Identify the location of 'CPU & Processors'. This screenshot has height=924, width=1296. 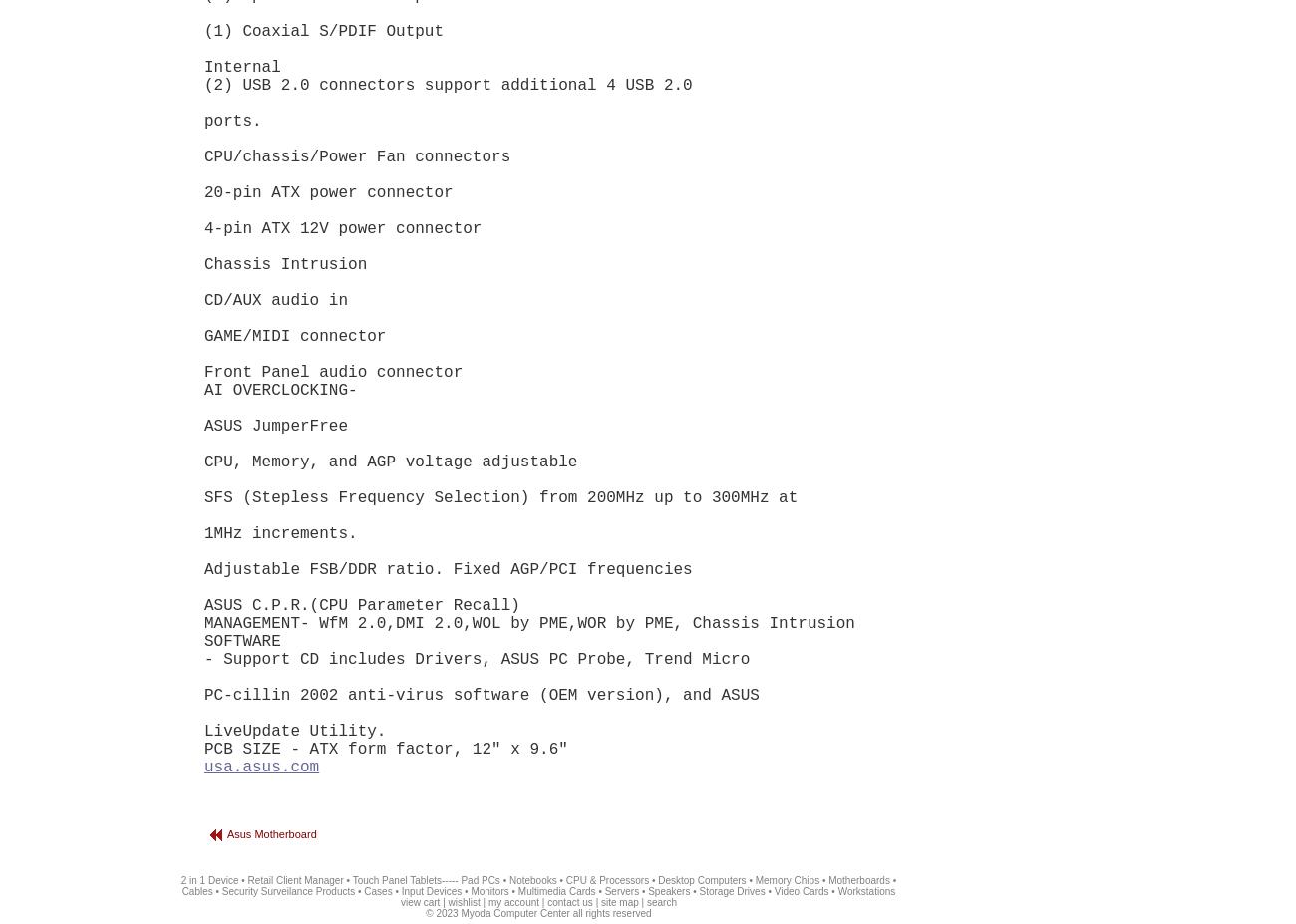
(607, 880).